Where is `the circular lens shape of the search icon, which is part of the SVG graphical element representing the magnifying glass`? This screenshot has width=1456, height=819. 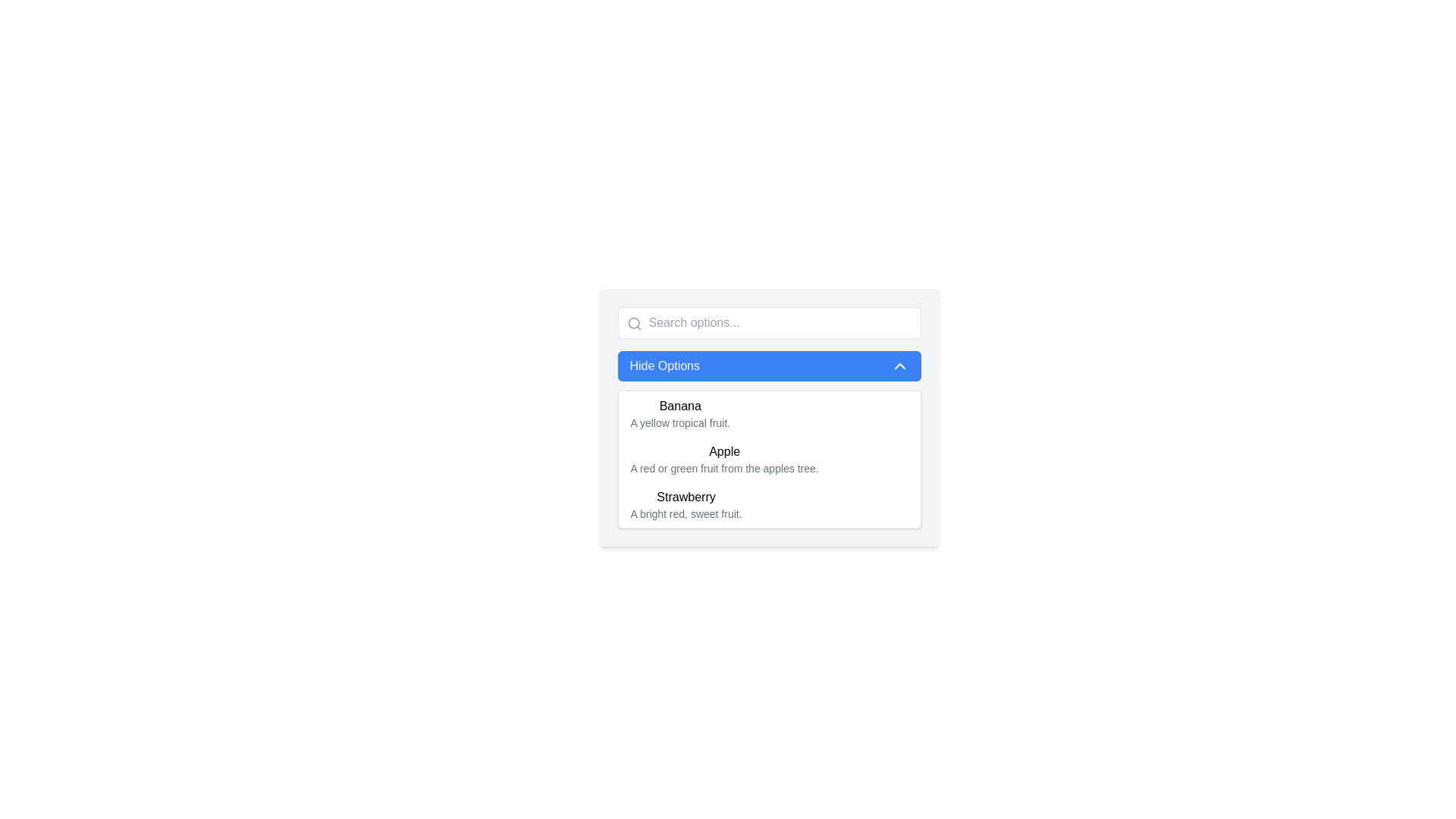
the circular lens shape of the search icon, which is part of the SVG graphical element representing the magnifying glass is located at coordinates (633, 322).